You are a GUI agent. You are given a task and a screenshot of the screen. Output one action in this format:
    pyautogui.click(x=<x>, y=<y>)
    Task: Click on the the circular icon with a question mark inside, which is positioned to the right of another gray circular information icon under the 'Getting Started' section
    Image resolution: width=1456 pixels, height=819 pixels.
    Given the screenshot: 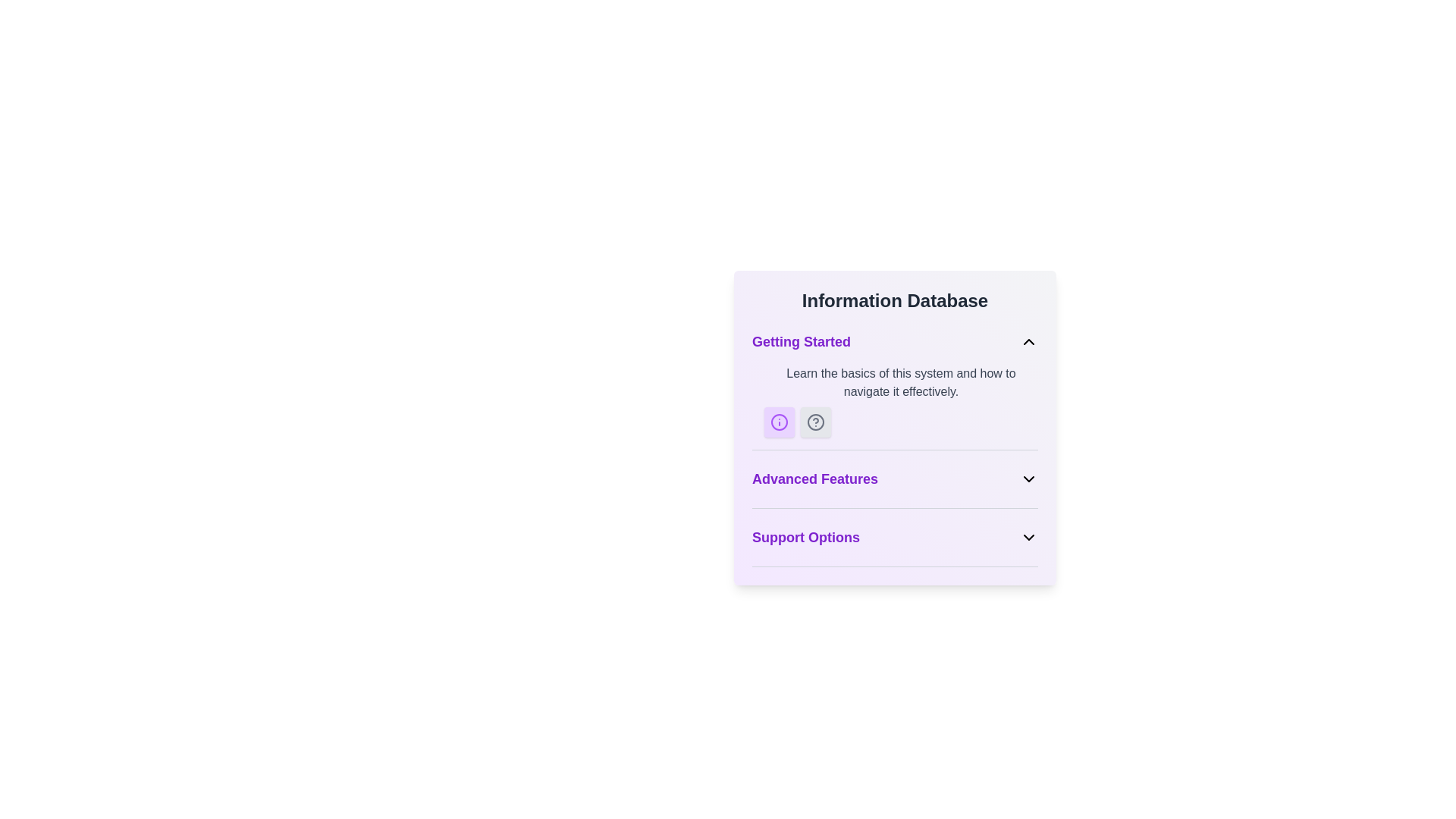 What is the action you would take?
    pyautogui.click(x=814, y=422)
    